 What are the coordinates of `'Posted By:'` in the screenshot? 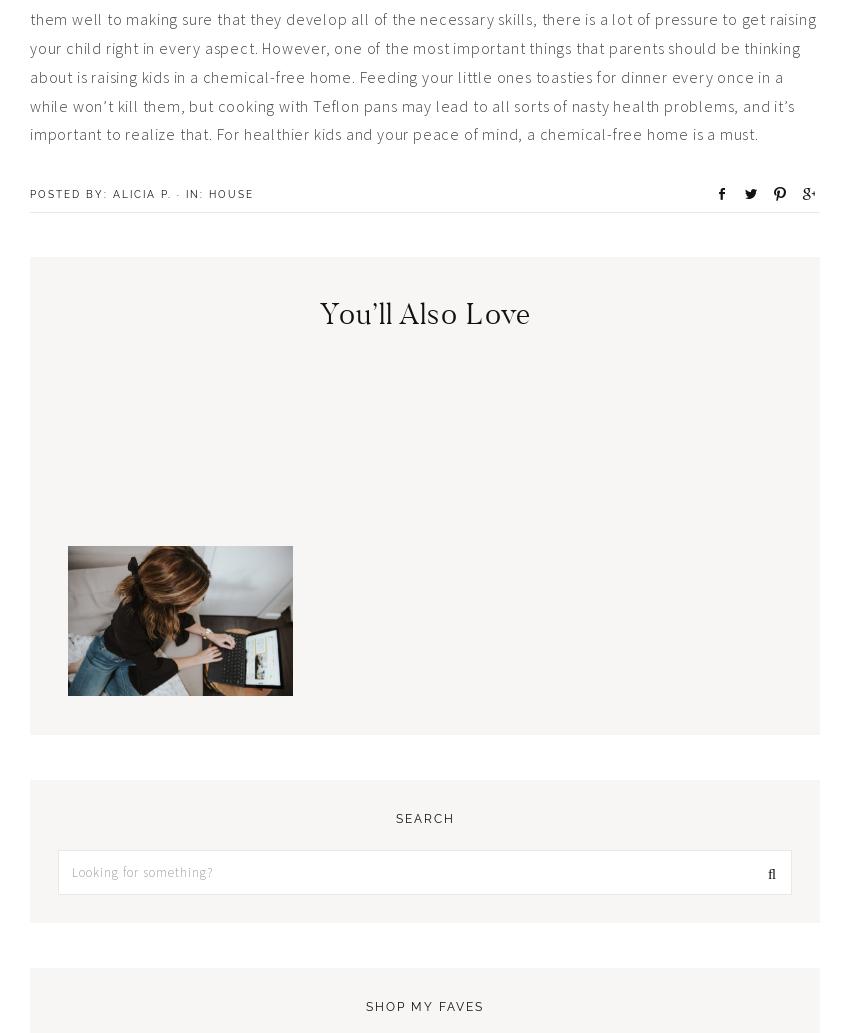 It's located at (71, 193).